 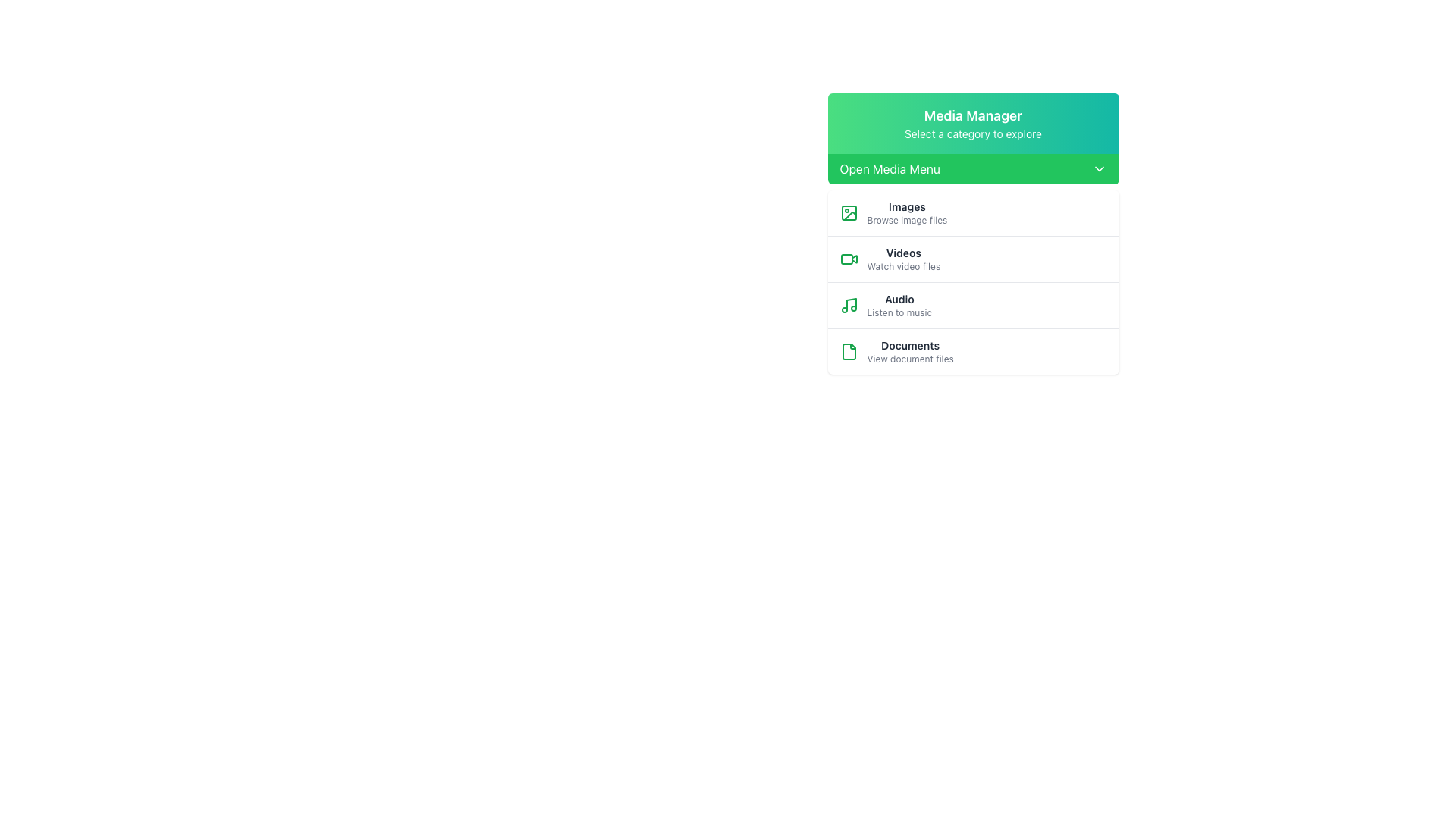 What do you see at coordinates (973, 213) in the screenshot?
I see `the first menu item under the 'Open Media Menu', which serves as a visual indicator for browsing image files` at bounding box center [973, 213].